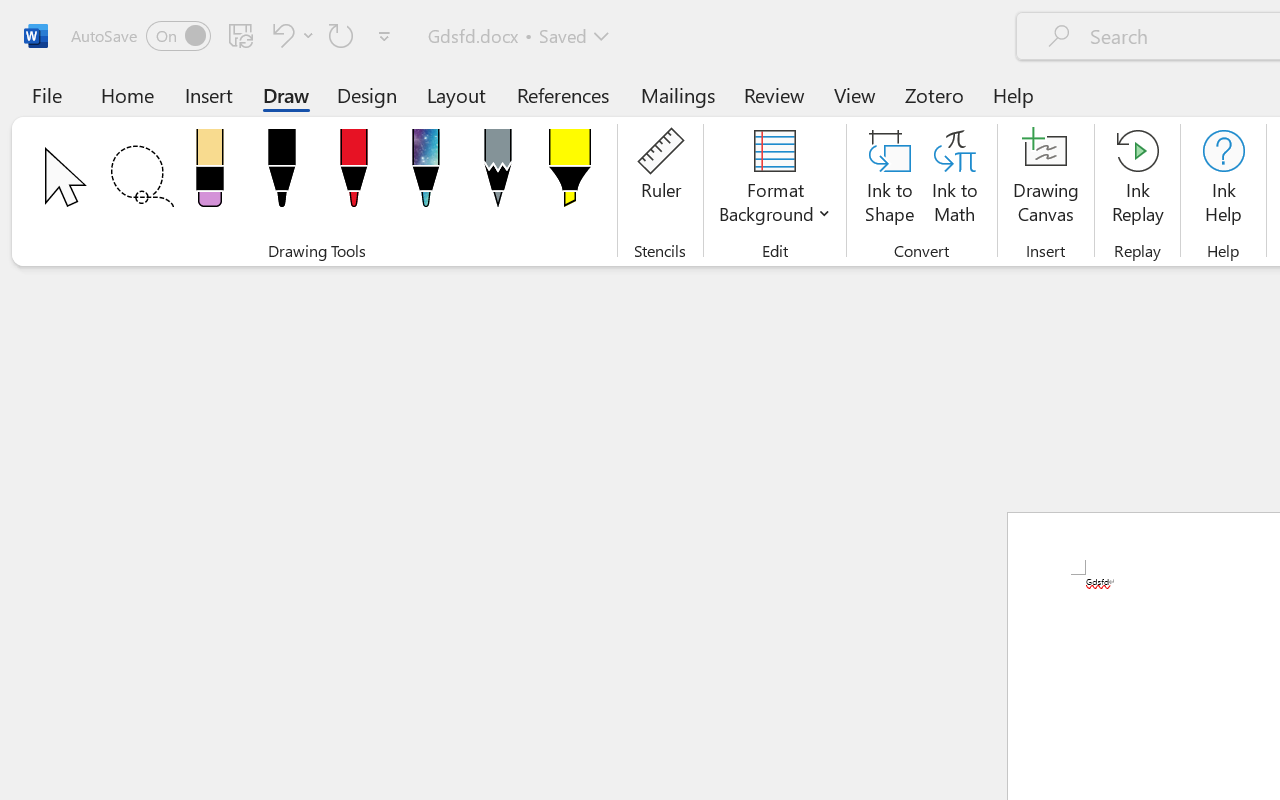 Image resolution: width=1280 pixels, height=800 pixels. I want to click on 'Pencil: Gray, 1 mm', so click(497, 173).